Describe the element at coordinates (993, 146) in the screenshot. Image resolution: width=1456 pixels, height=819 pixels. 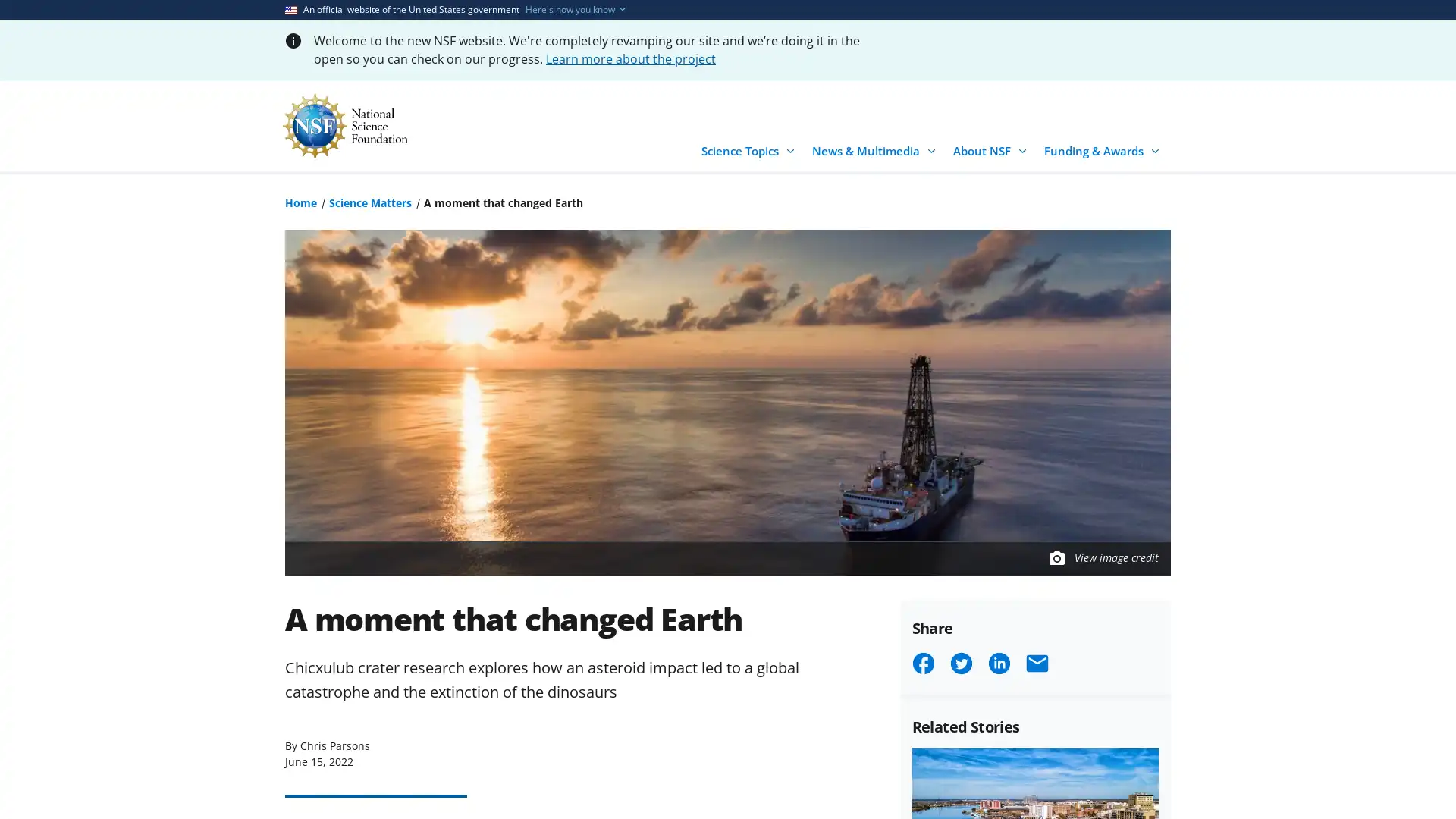
I see `About NSF` at that location.